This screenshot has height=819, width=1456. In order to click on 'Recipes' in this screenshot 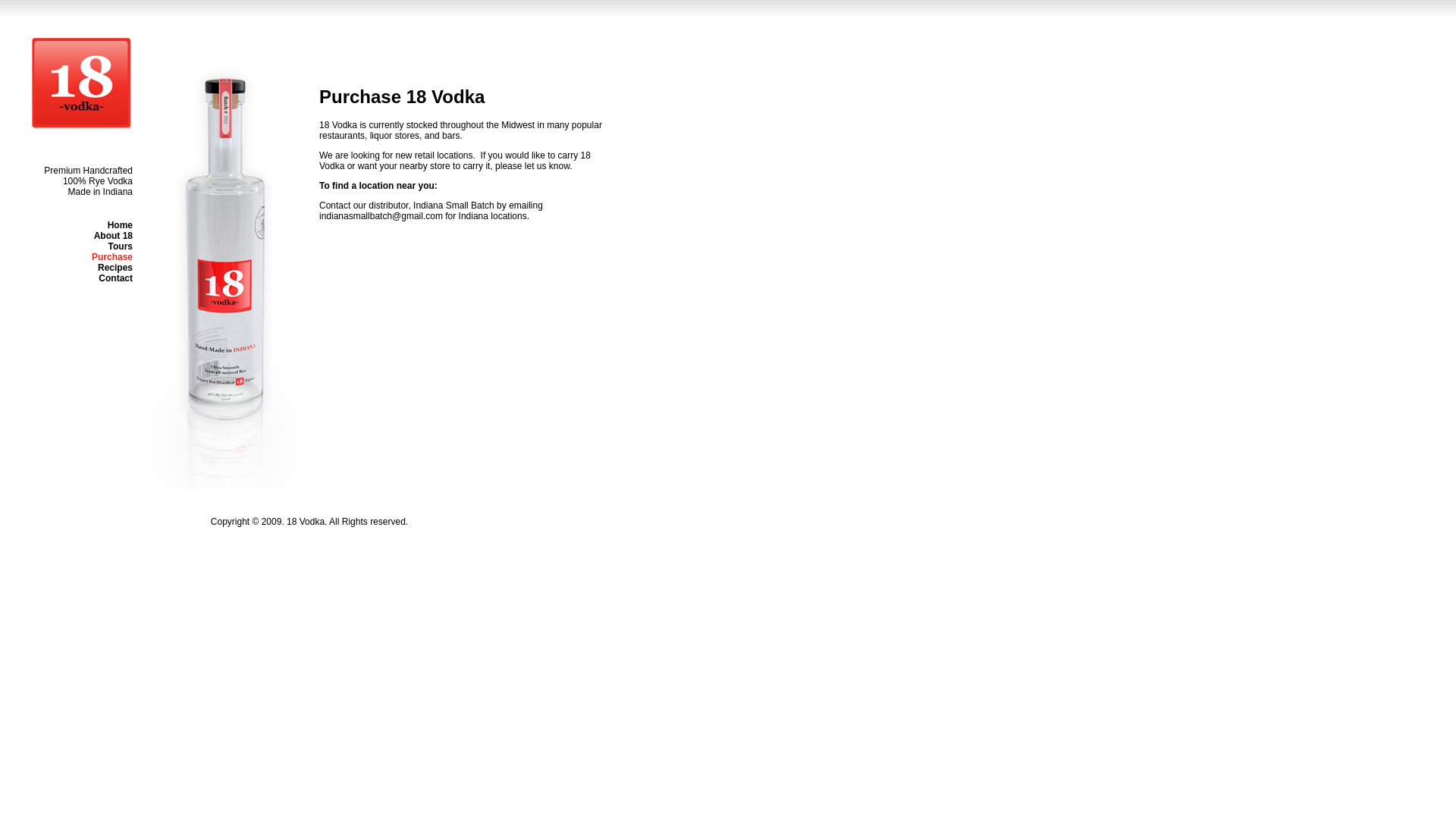, I will do `click(115, 267)`.